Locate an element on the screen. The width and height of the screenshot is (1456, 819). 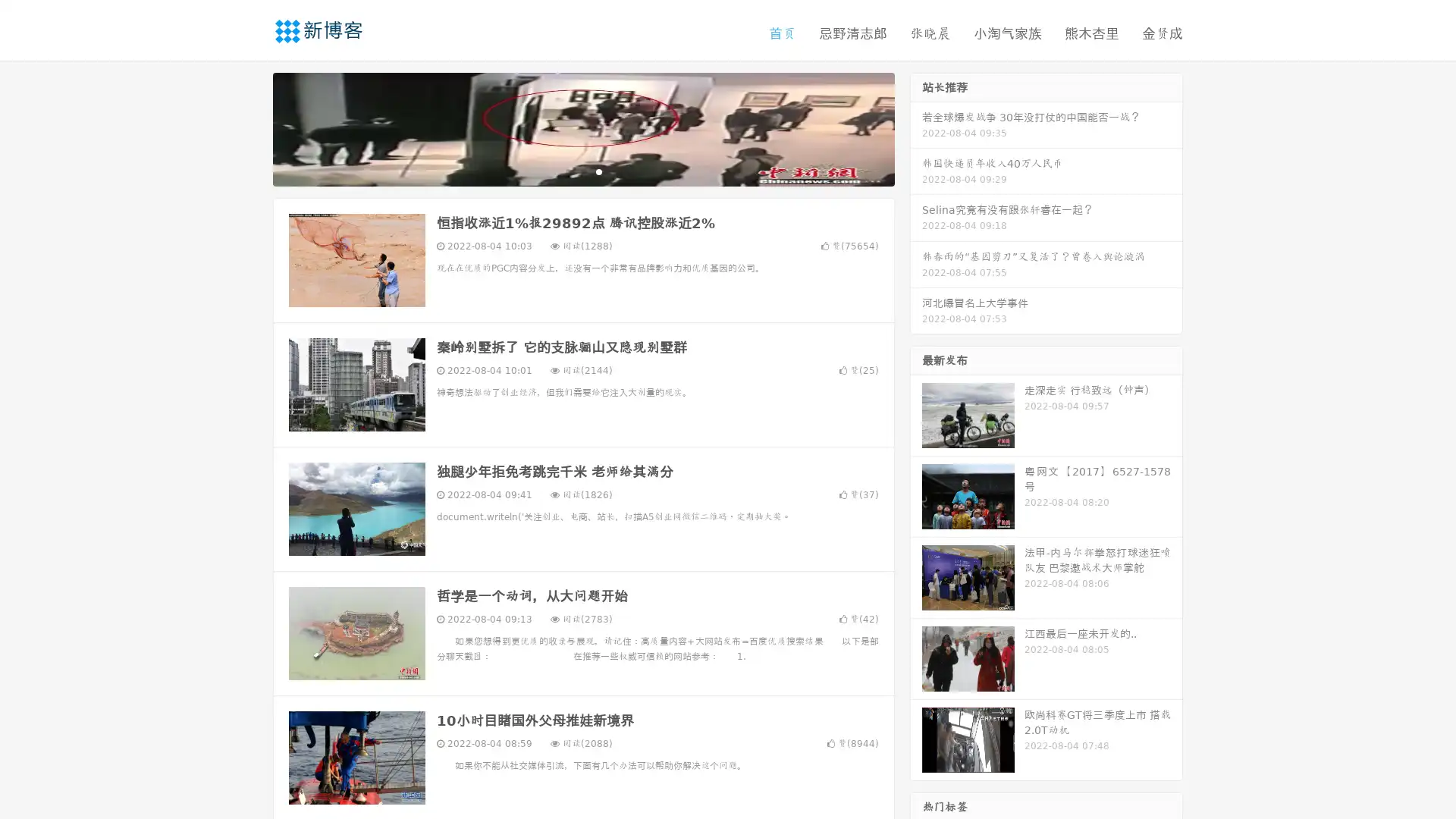
Go to slide 1 is located at coordinates (567, 171).